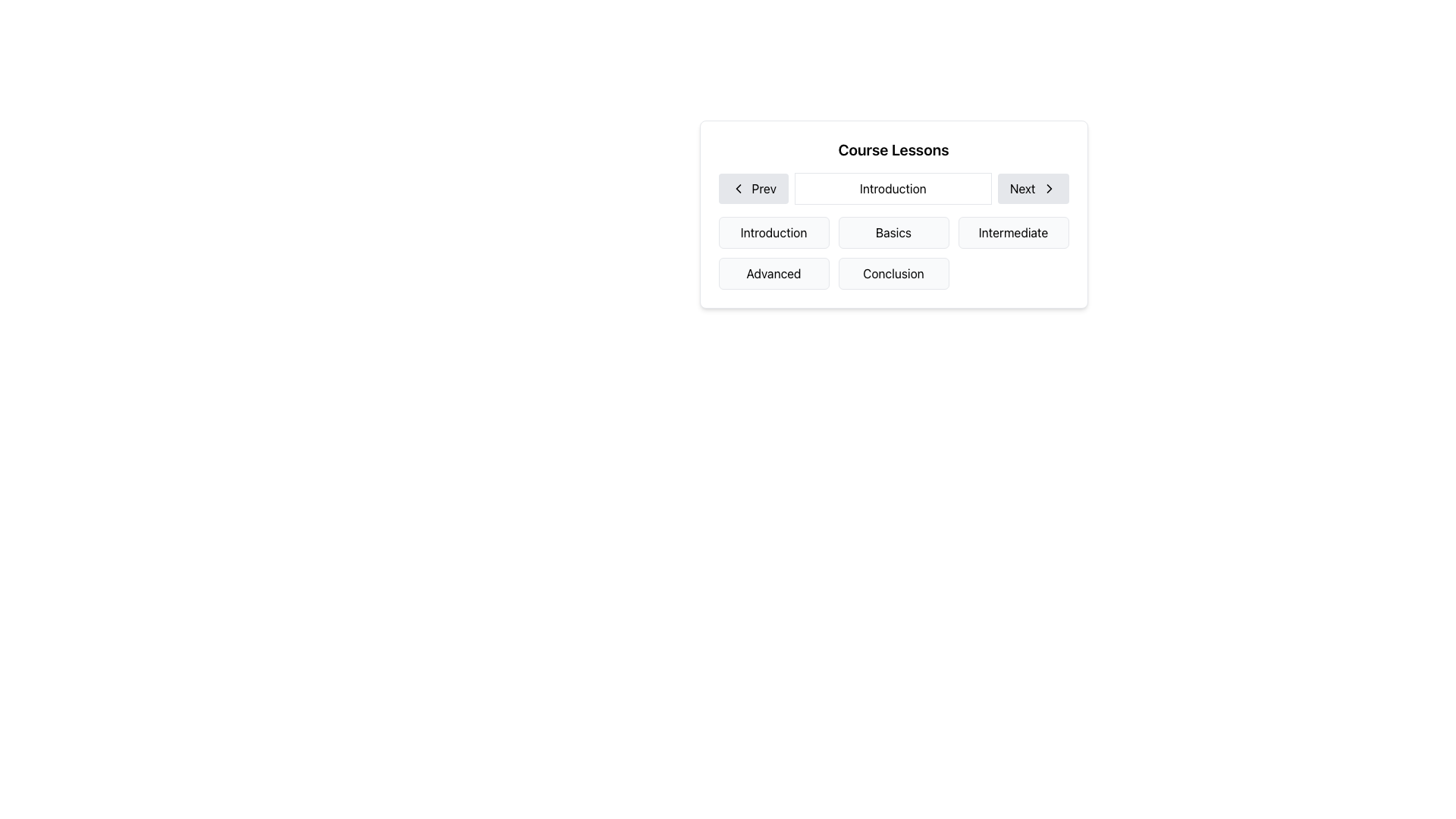 This screenshot has height=819, width=1456. I want to click on the 'Next' button, which is a rectangular button with a light gray background and an arrow icon, located centrally in the upper portion of the interface, so click(1032, 188).